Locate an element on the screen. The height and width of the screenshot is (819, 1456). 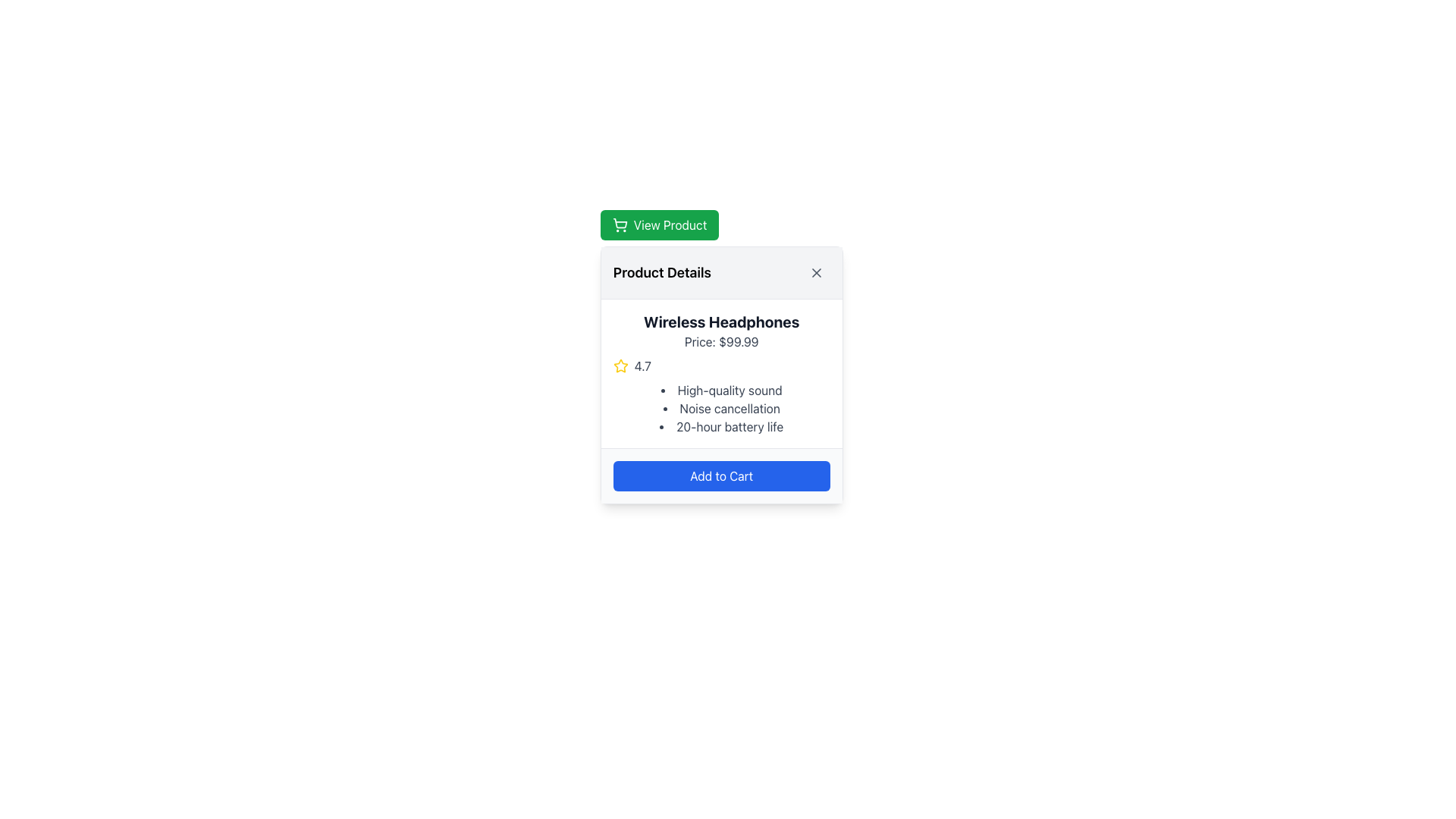
the unordered list containing the bullet points 'High-quality sound', 'Noise cancellation', and '20-hour battery life' located in the product details section is located at coordinates (720, 408).